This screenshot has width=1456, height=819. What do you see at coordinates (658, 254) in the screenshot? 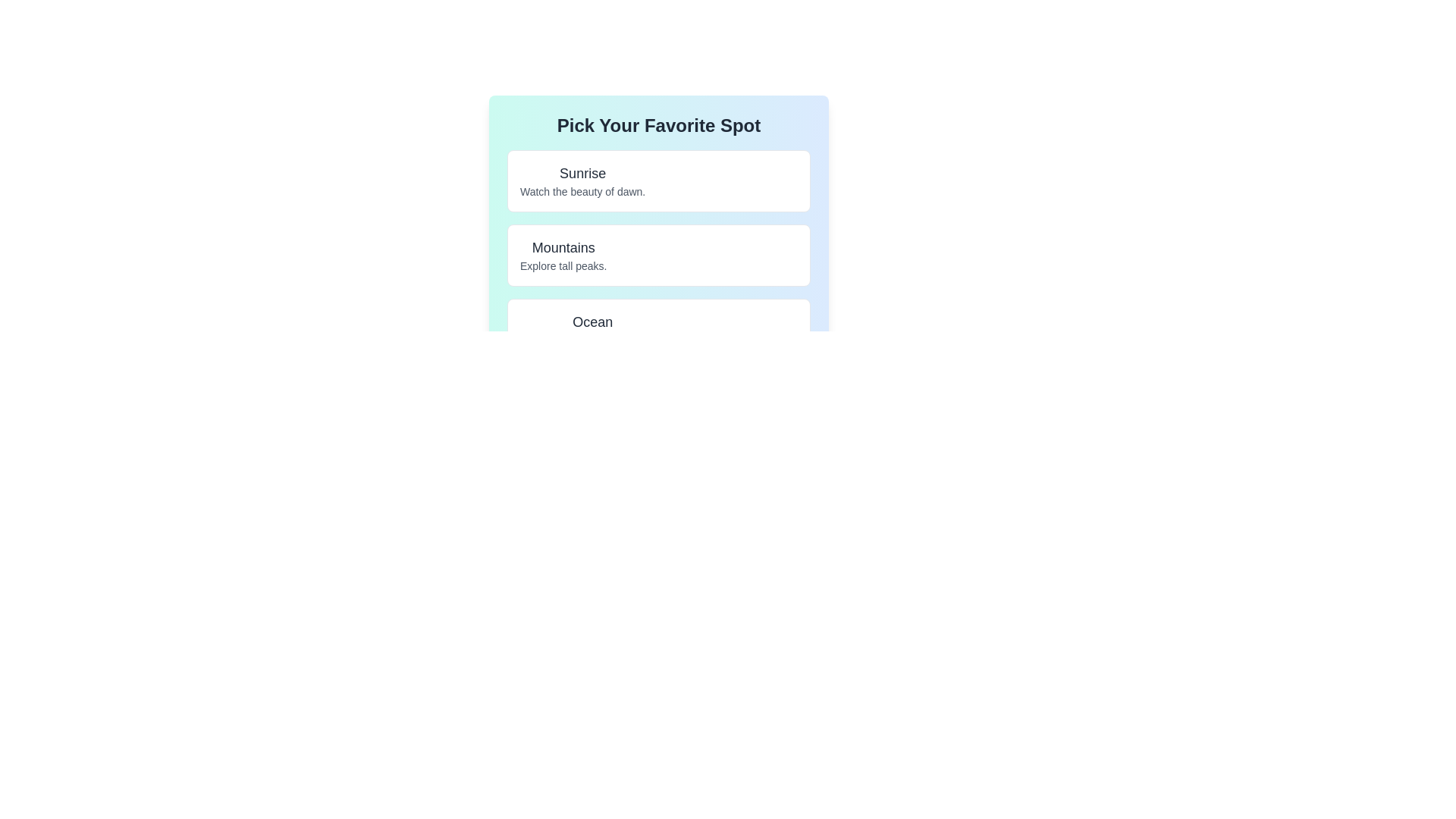
I see `the 'Mountains' selectable card, which is the second in a vertical list of options between 'Sunrise' and 'Ocean'` at bounding box center [658, 254].